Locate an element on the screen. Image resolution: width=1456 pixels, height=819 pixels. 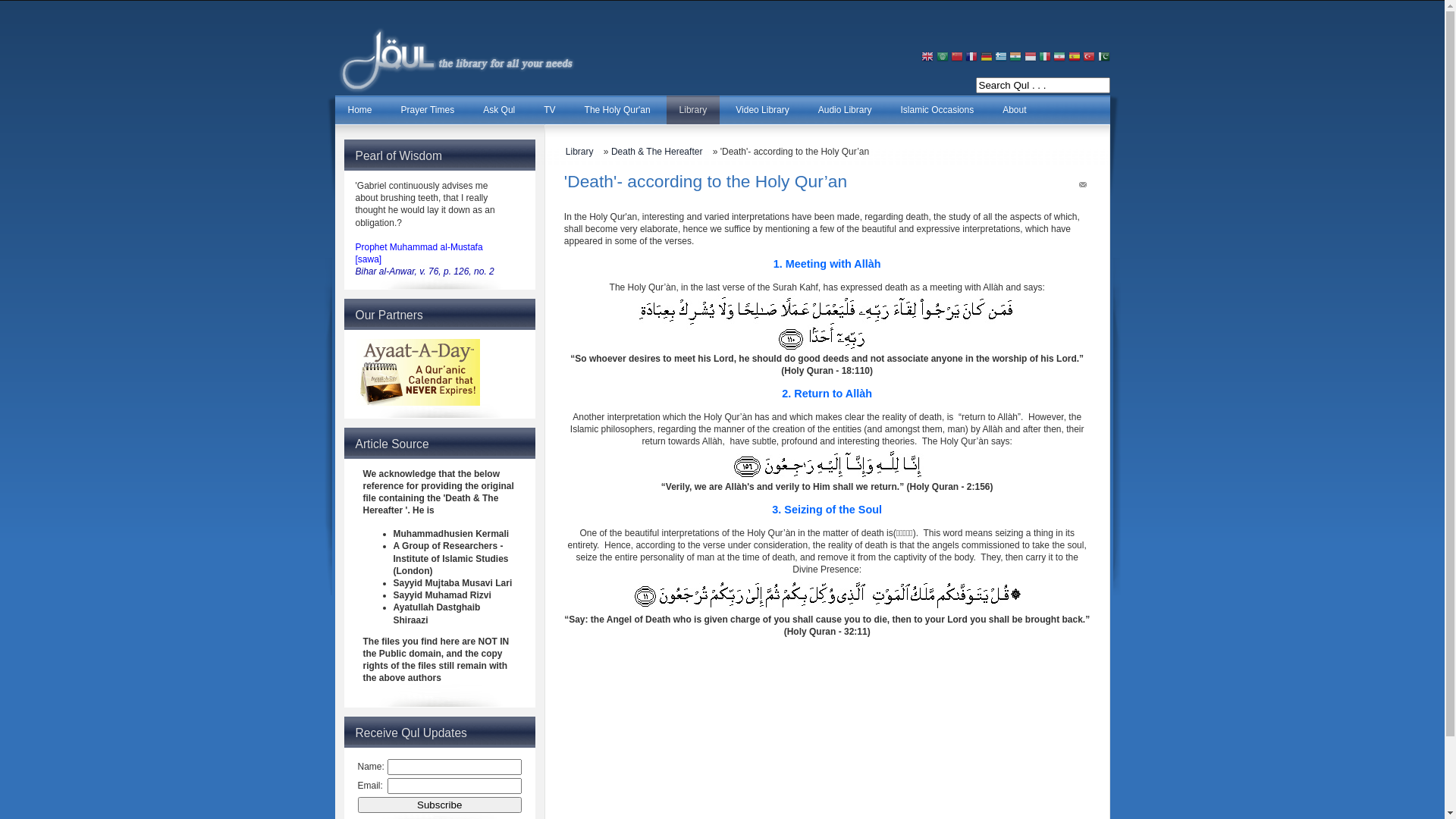
'Indonesian' is located at coordinates (1030, 57).